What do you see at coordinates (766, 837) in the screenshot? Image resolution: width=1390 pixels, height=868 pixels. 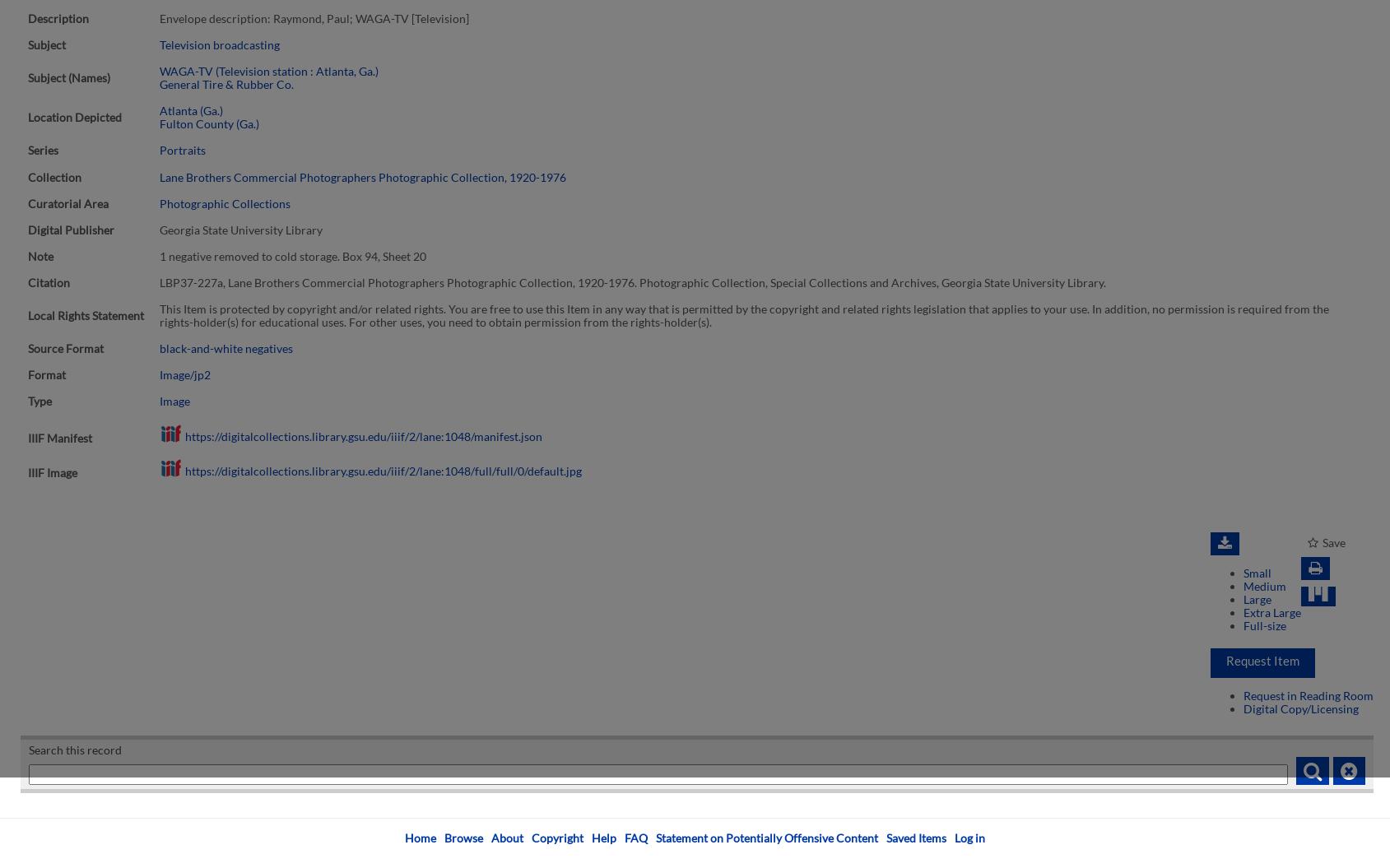 I see `'Statement on Potentially Offensive Content'` at bounding box center [766, 837].